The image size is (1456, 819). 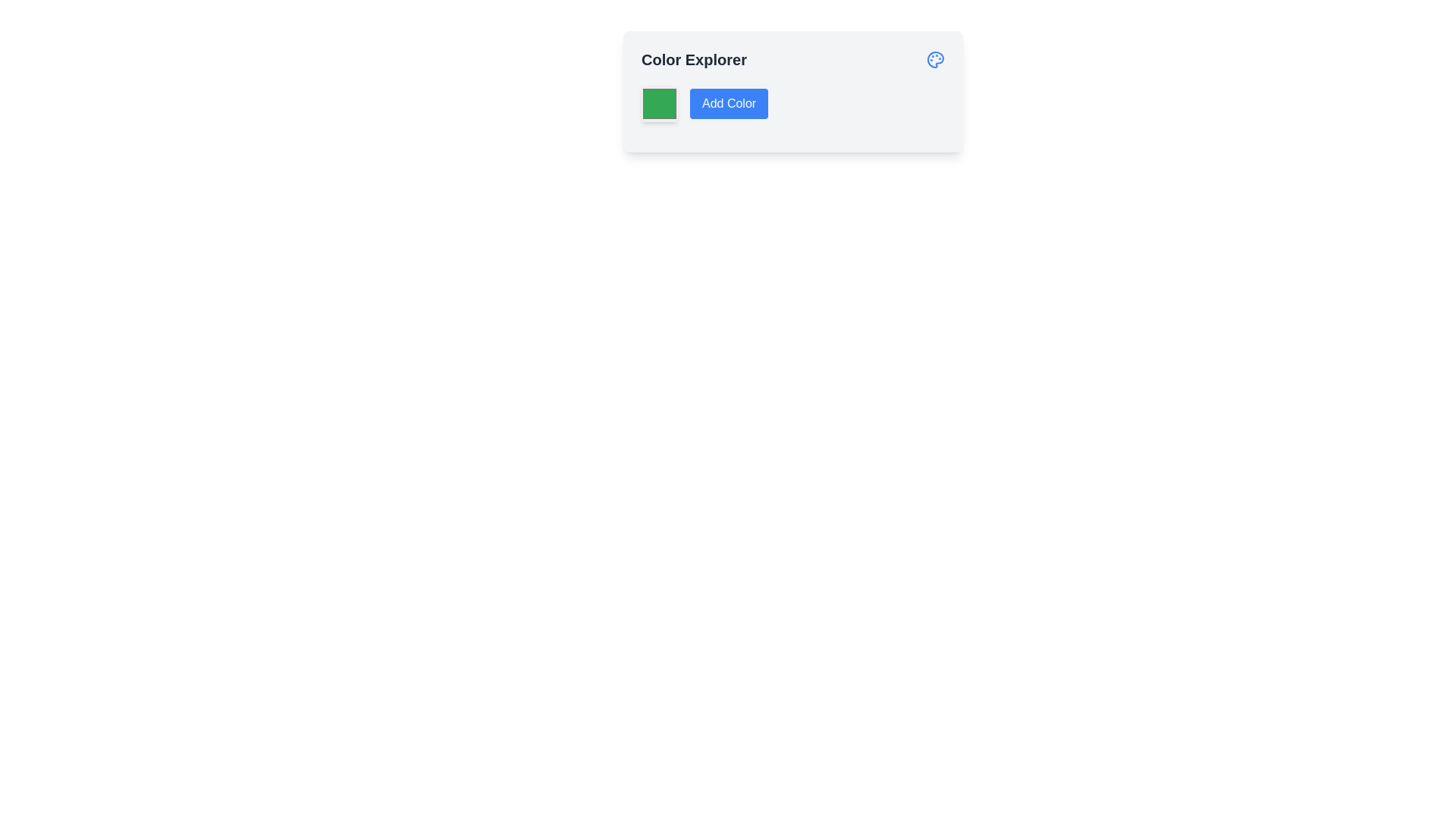 What do you see at coordinates (693, 58) in the screenshot?
I see `the 'Color Explorer' text label, which is a bold, large font heading styled in dark gray, serving as the title of the section` at bounding box center [693, 58].